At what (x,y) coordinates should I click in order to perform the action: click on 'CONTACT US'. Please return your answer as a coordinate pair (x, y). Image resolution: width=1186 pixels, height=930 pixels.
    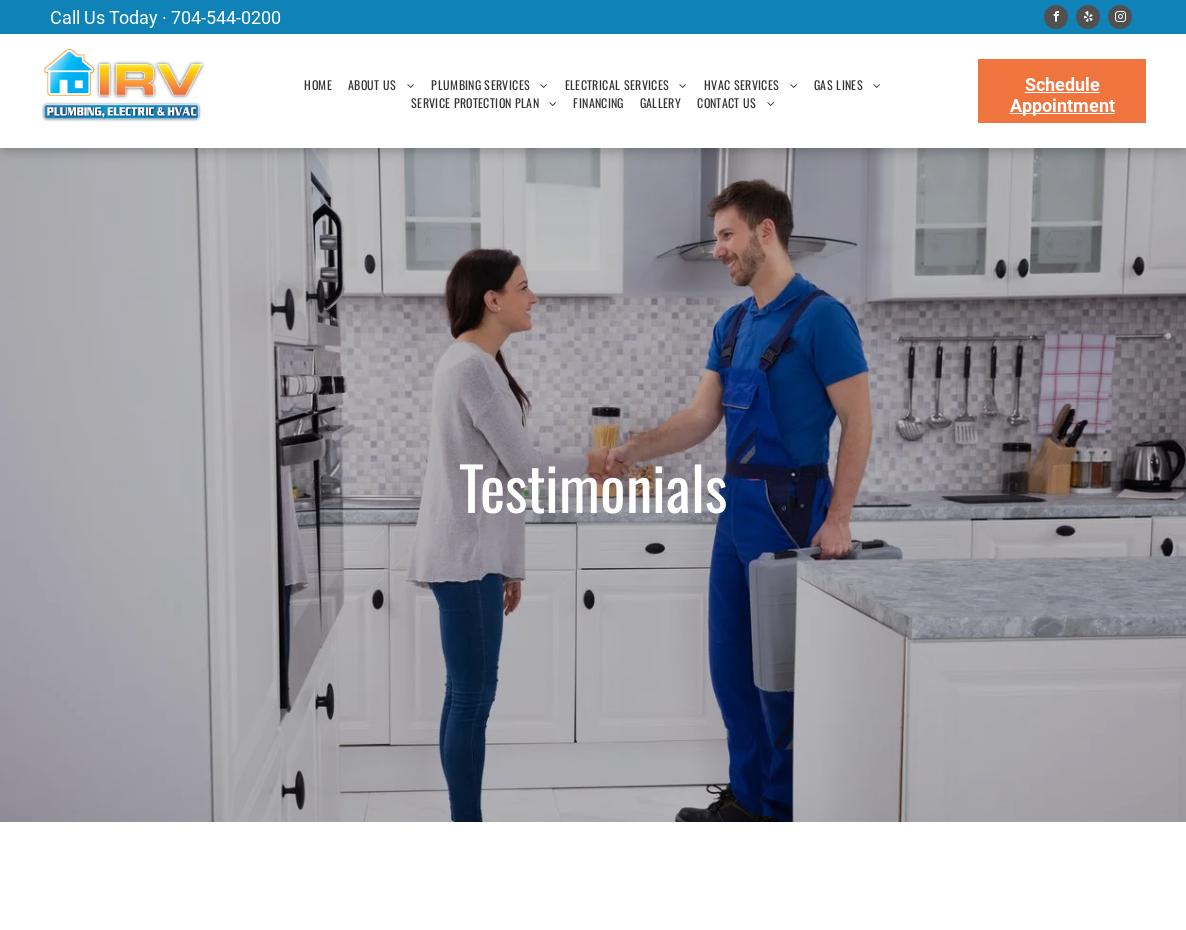
    Looking at the image, I should click on (697, 102).